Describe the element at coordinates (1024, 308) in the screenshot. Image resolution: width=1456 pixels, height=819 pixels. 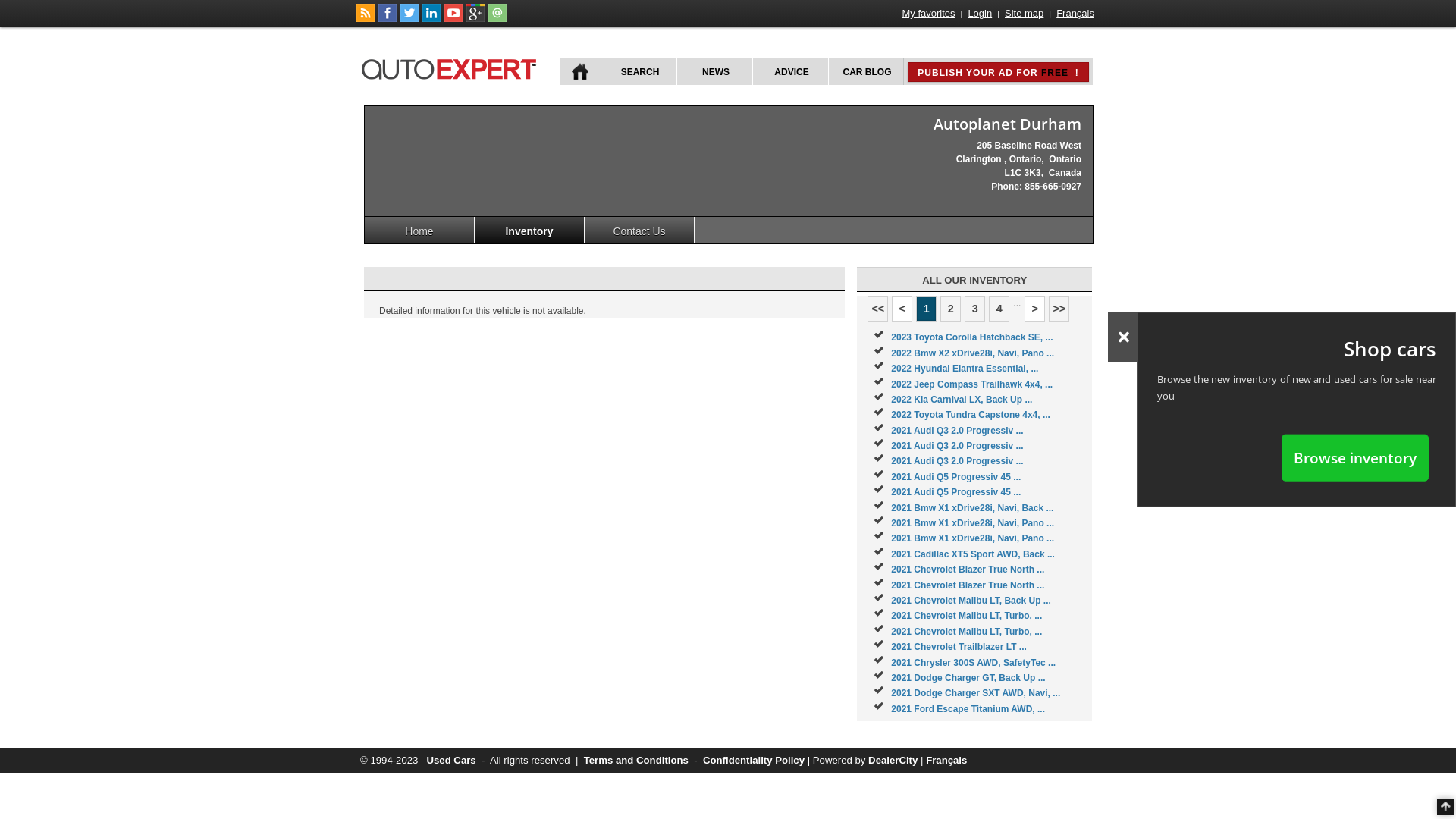
I see `'>'` at that location.